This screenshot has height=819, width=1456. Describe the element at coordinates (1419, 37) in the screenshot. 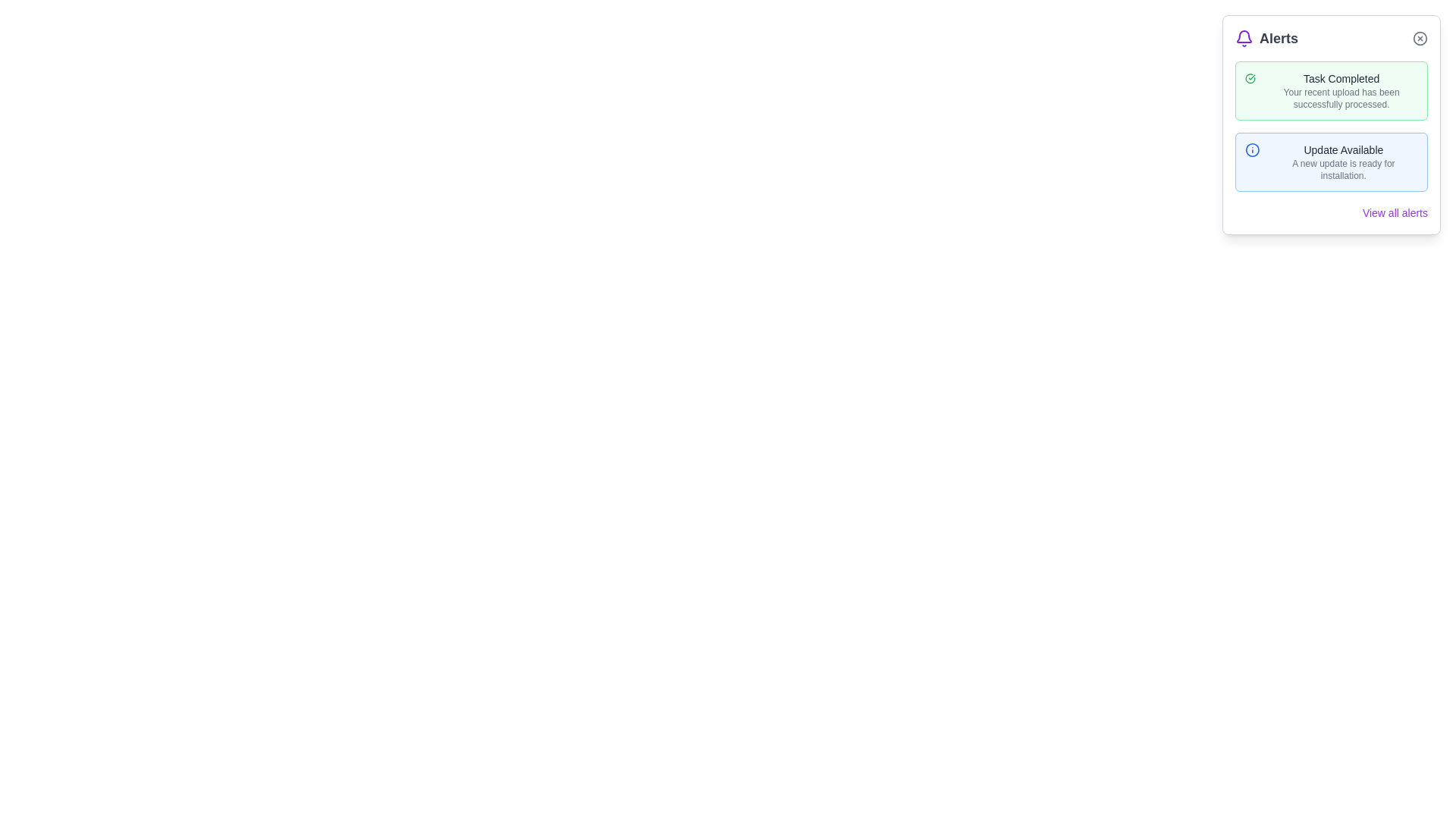

I see `the close button located at the upper-right corner of the 'Alerts' card to view additional options` at that location.